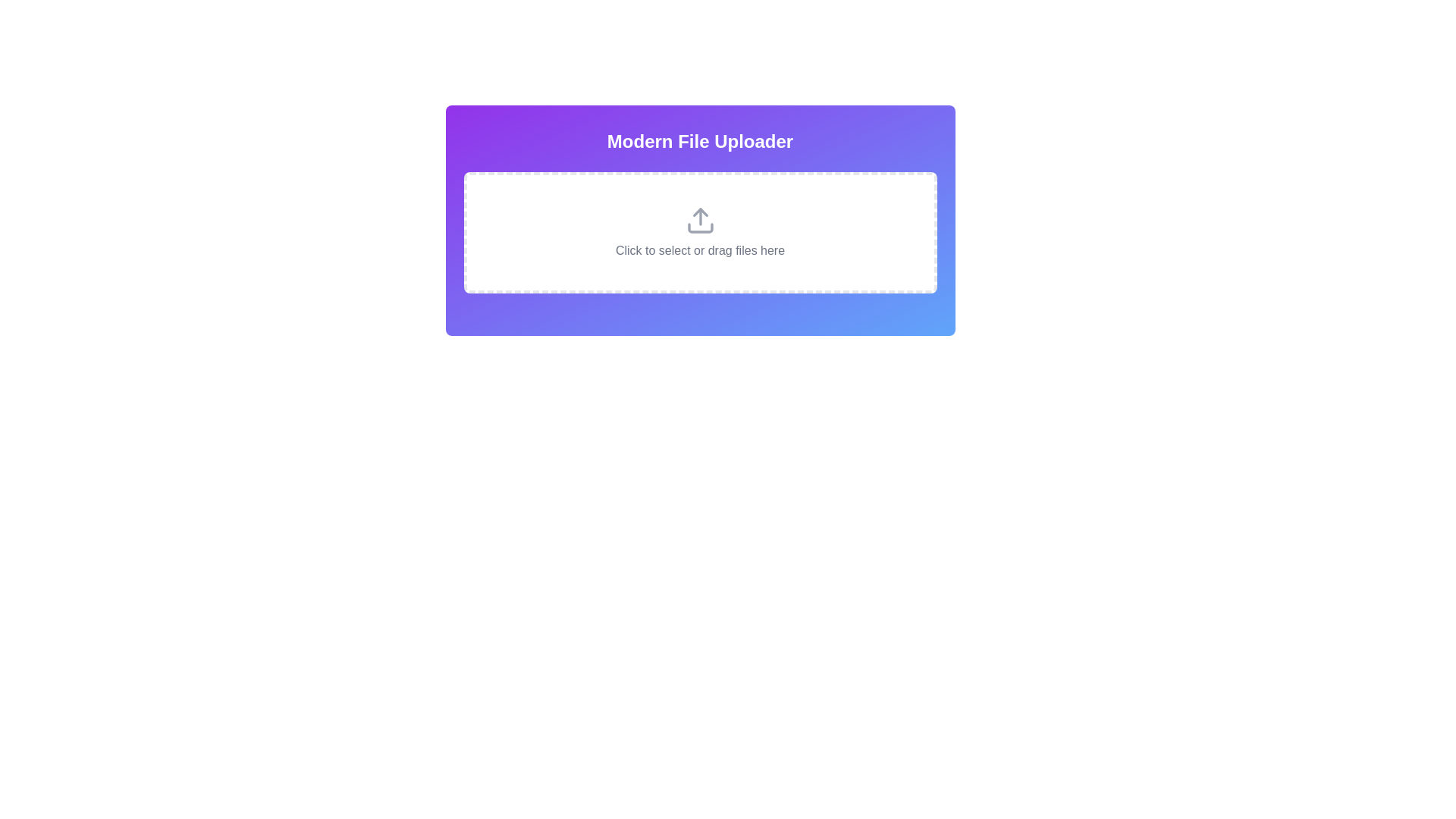 This screenshot has height=819, width=1456. Describe the element at coordinates (699, 212) in the screenshot. I see `the decorative upload icon graphic located at the top of the central upload icon in the file uploader component` at that location.